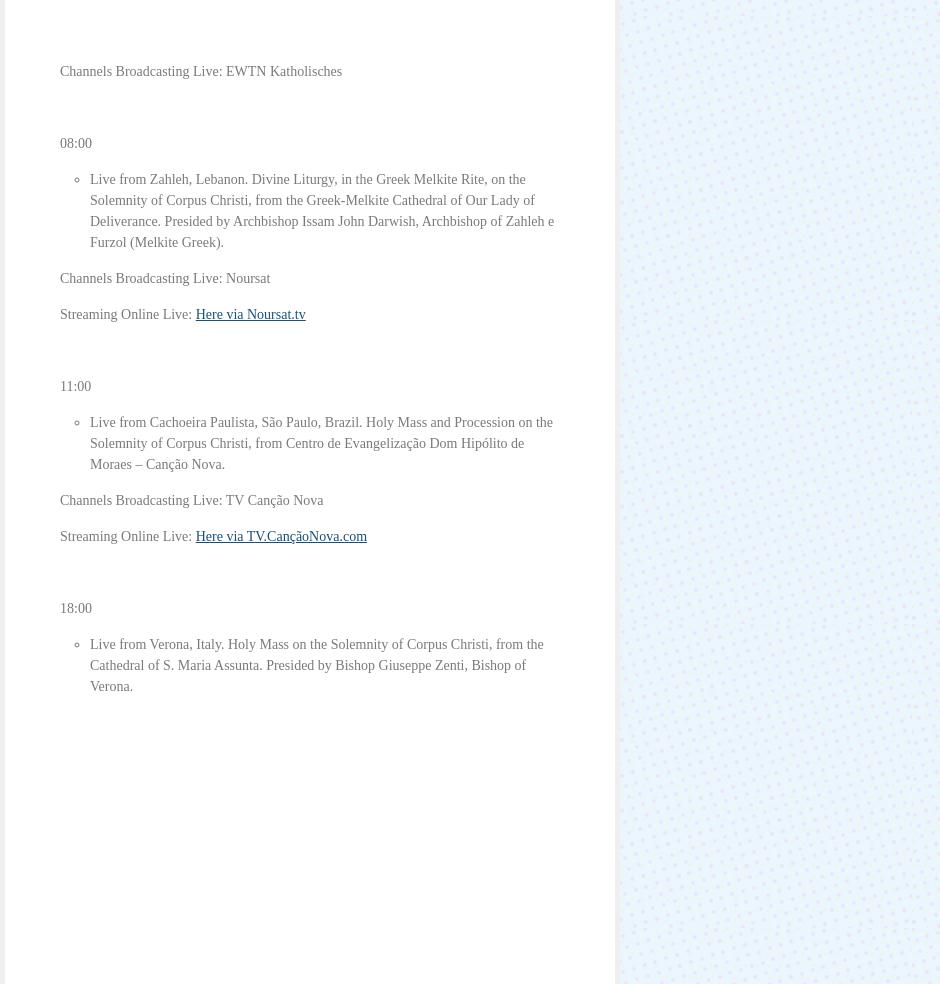 Image resolution: width=940 pixels, height=984 pixels. What do you see at coordinates (322, 210) in the screenshot?
I see `'Live from Zahleh, Lebanon. Divine Liturgy, in the Greek Melkite Rite, on the Solemnity of Corpus Christi, from the Greek-Melkite Cathedral of Our Lady of Deliverance. Presided by Archbishop Issam John Darwish, Archbishop of Zahleh e Furzol (Melkite Greek).'` at bounding box center [322, 210].